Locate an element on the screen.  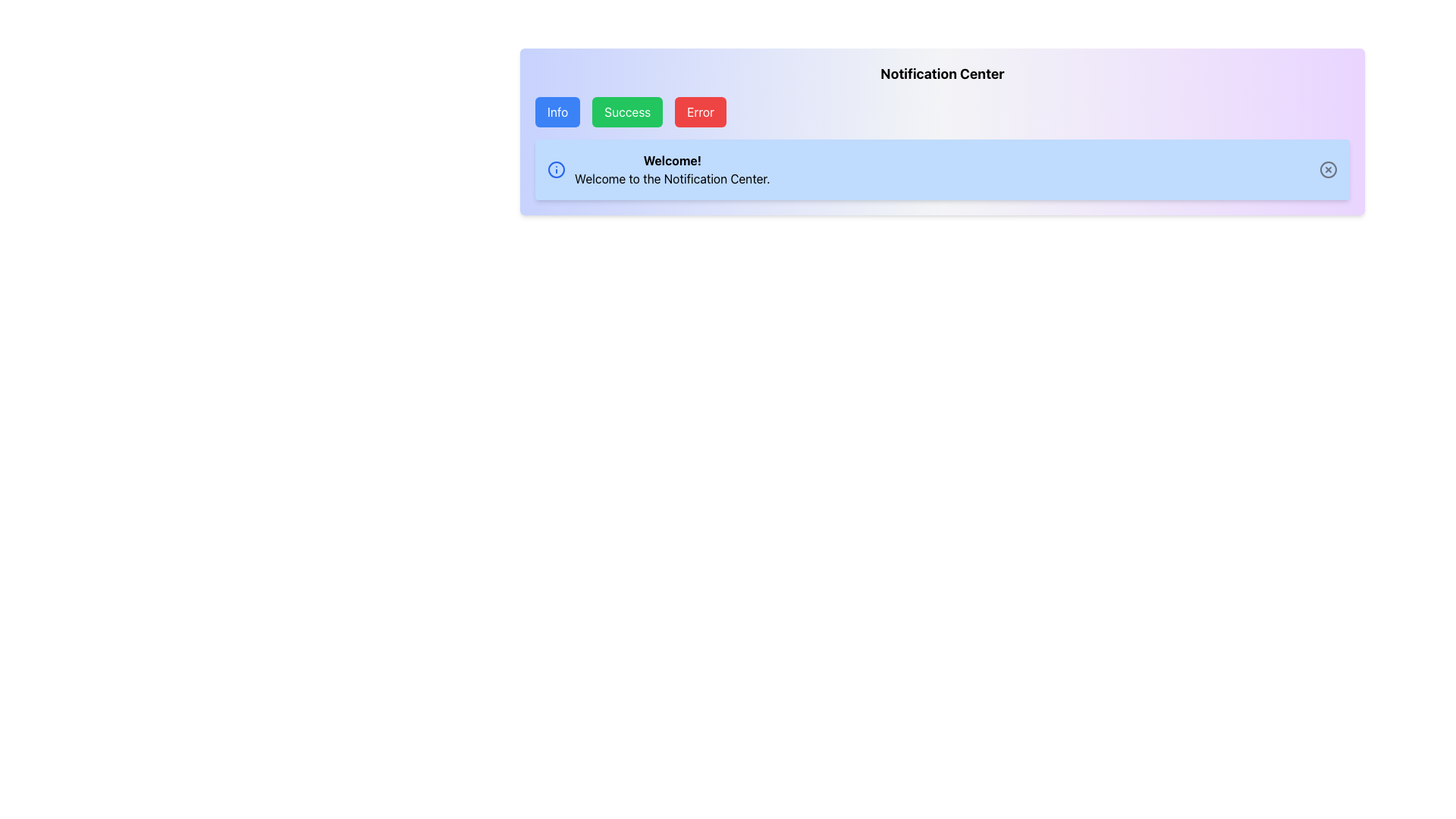
the red 'Error' button, which is the third button in a horizontally aligned group of buttons is located at coordinates (700, 111).